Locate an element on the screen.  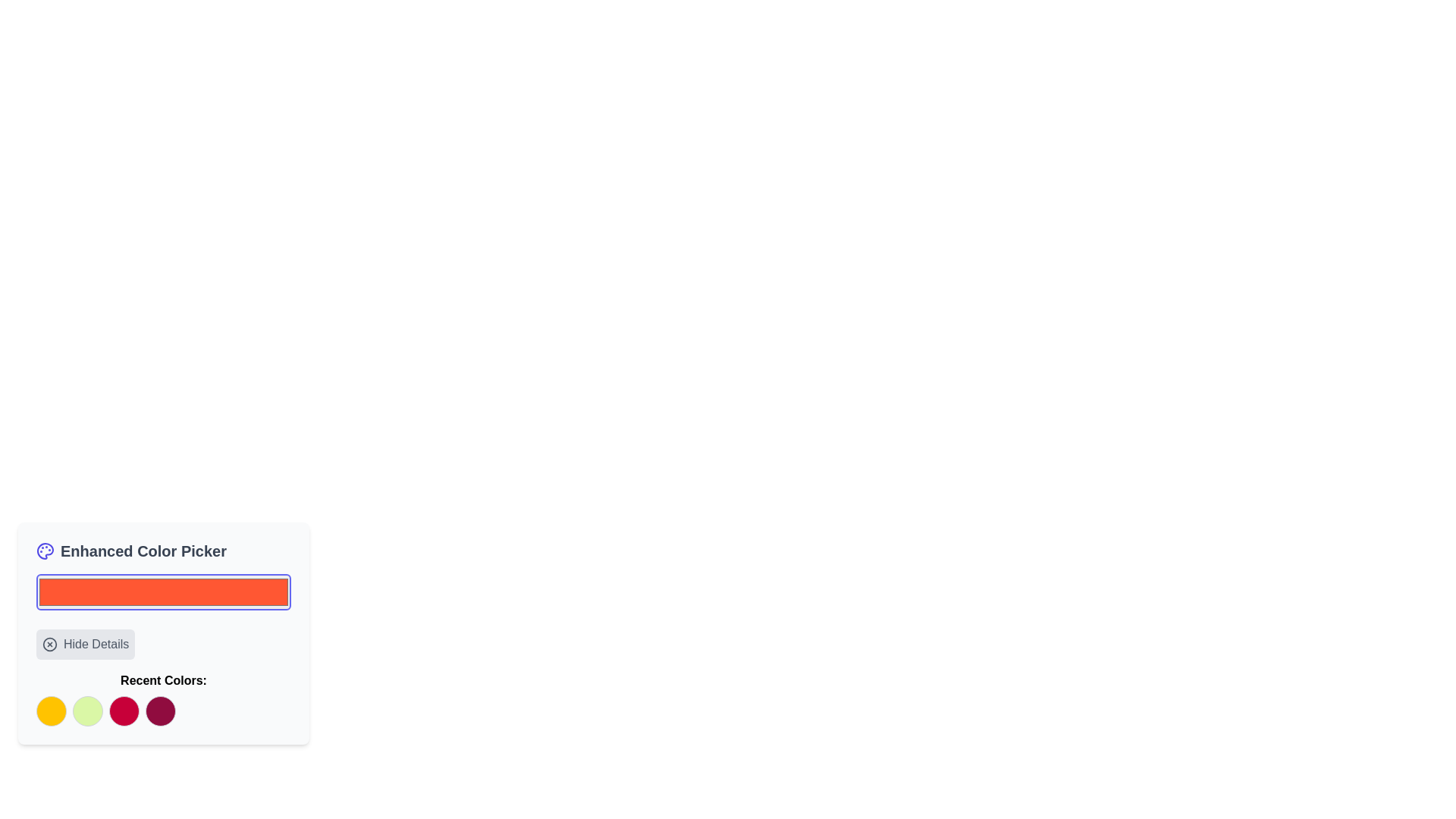
the circular button with a red background and gray border, which is the third button in a horizontal row beneath the 'Recent Colors:' label is located at coordinates (124, 711).